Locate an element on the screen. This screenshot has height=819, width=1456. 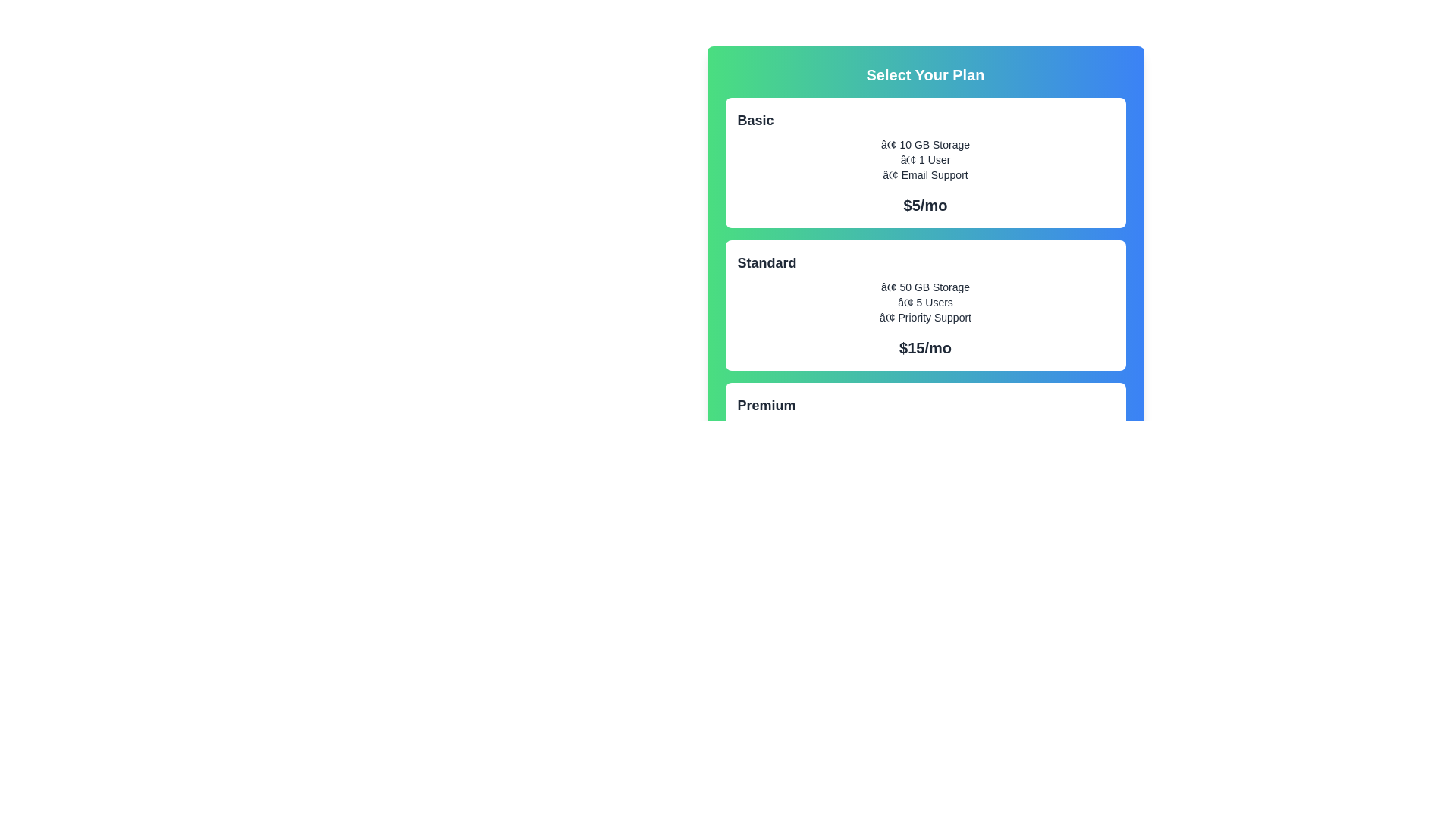
the 'Standard' pricing plan label, which is positioned below the 'Basic' plan and above the 'Premium' plan in the vertical stack of pricing plans is located at coordinates (767, 262).